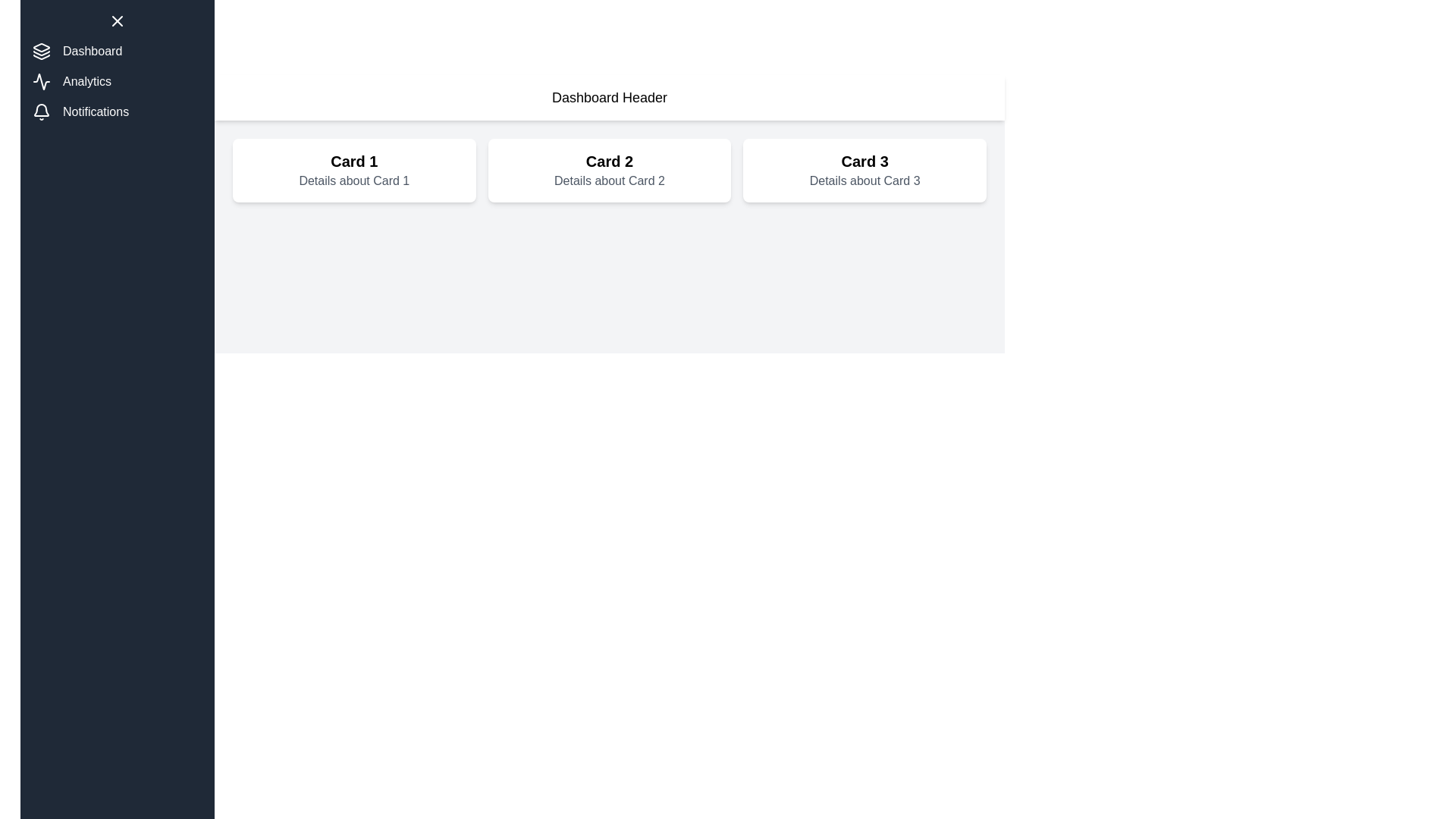 The height and width of the screenshot is (819, 1456). Describe the element at coordinates (116, 20) in the screenshot. I see `the graphical close button icon located in the upper-left corner of the sidebar menu` at that location.